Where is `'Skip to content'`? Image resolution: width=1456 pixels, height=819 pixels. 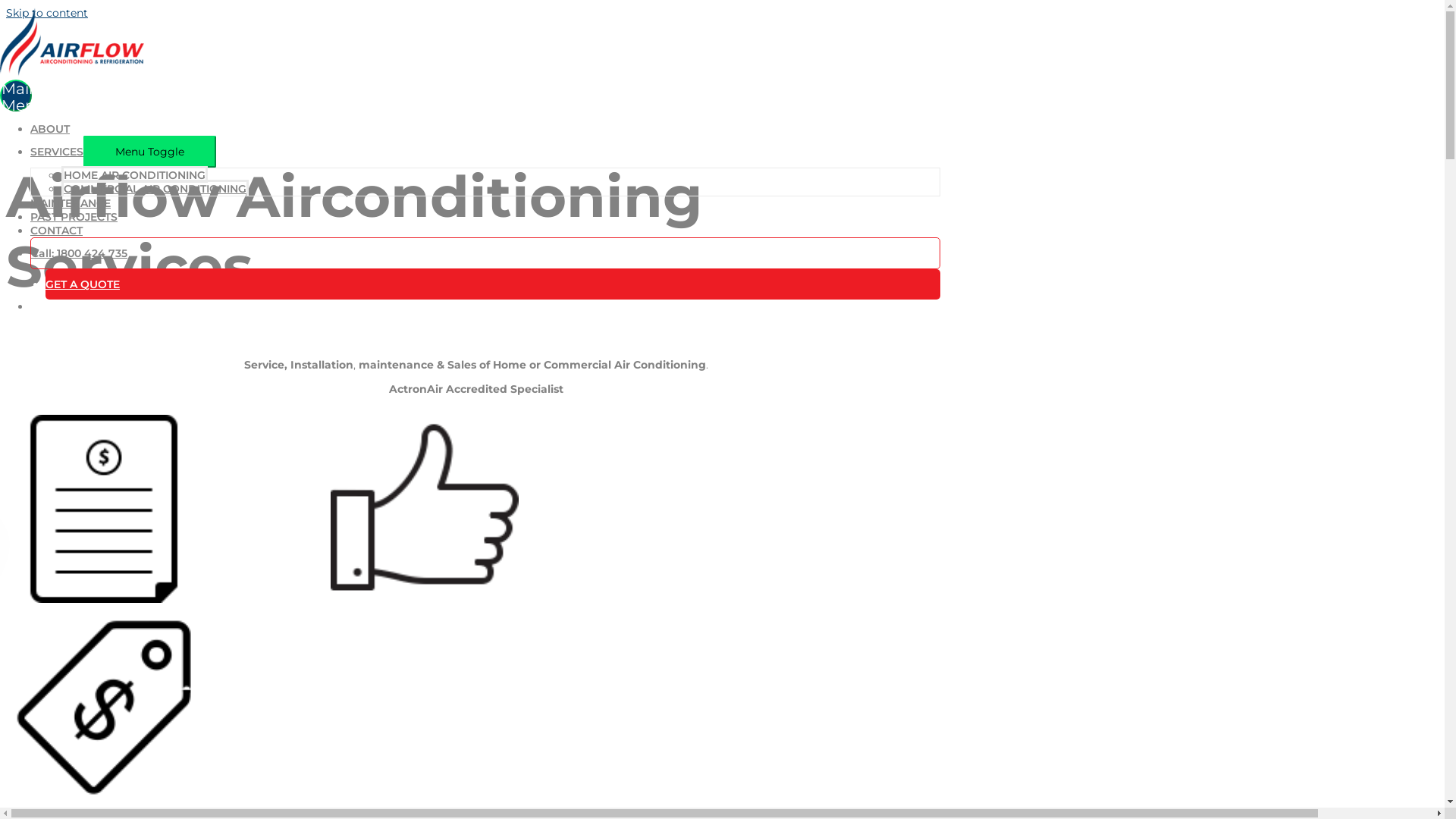
'Skip to content' is located at coordinates (6, 12).